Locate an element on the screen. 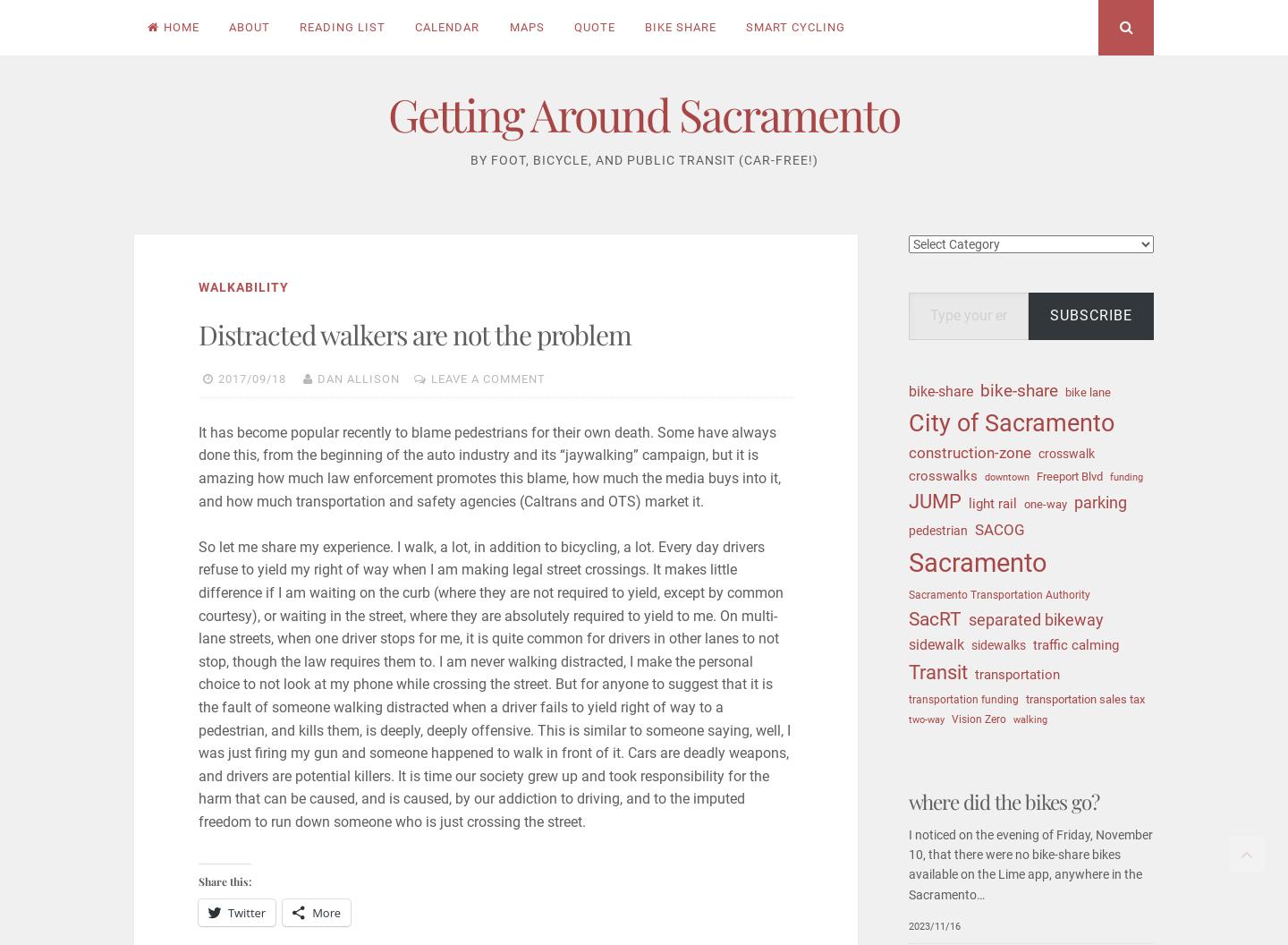  'bike lane' is located at coordinates (1087, 391).